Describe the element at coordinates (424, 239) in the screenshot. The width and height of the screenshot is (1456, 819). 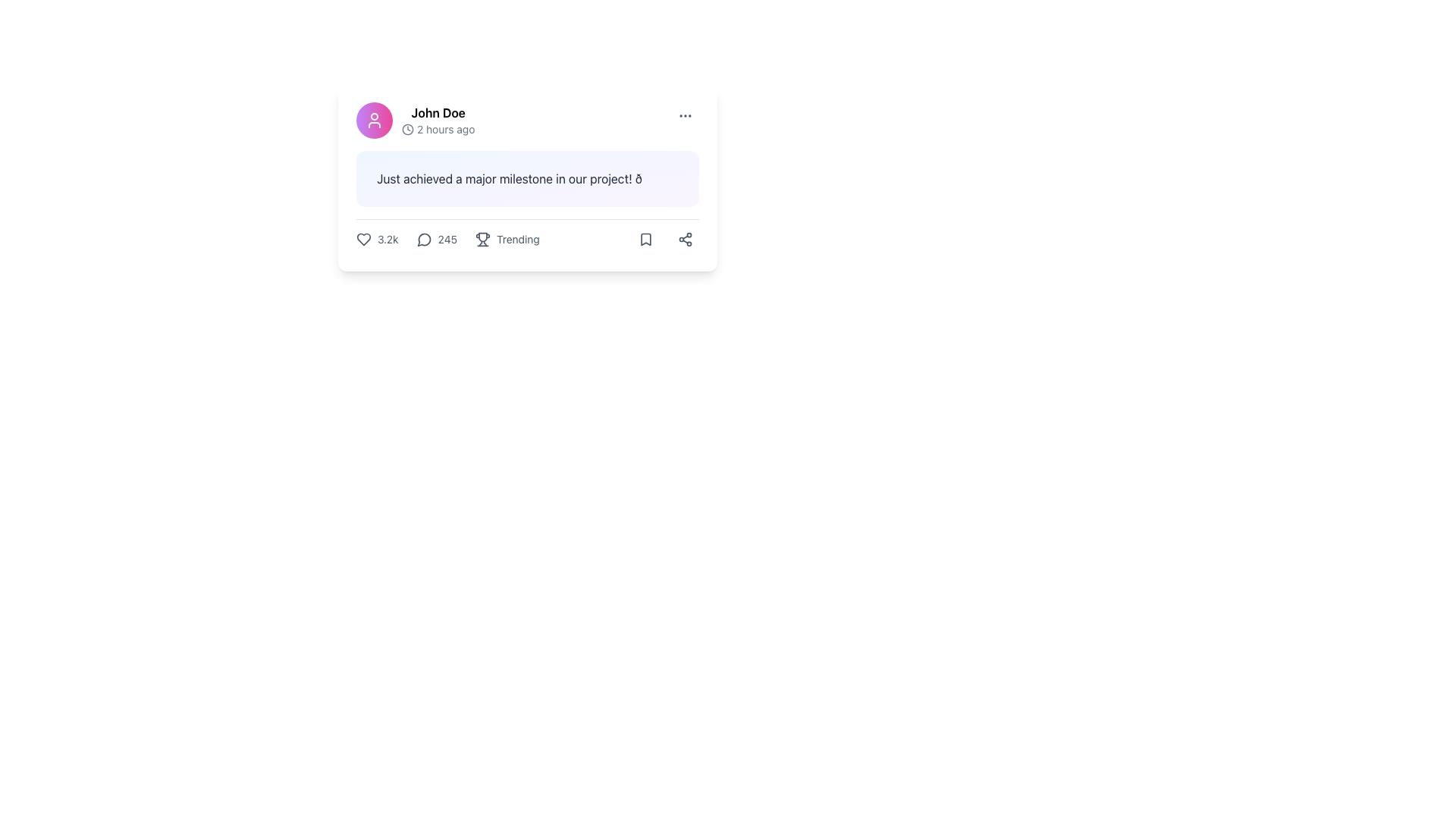
I see `the circular chat bubble icon located at the first position in the horizontal line of icons below the post content to observe its interactive styling change from medium gray to blue` at that location.